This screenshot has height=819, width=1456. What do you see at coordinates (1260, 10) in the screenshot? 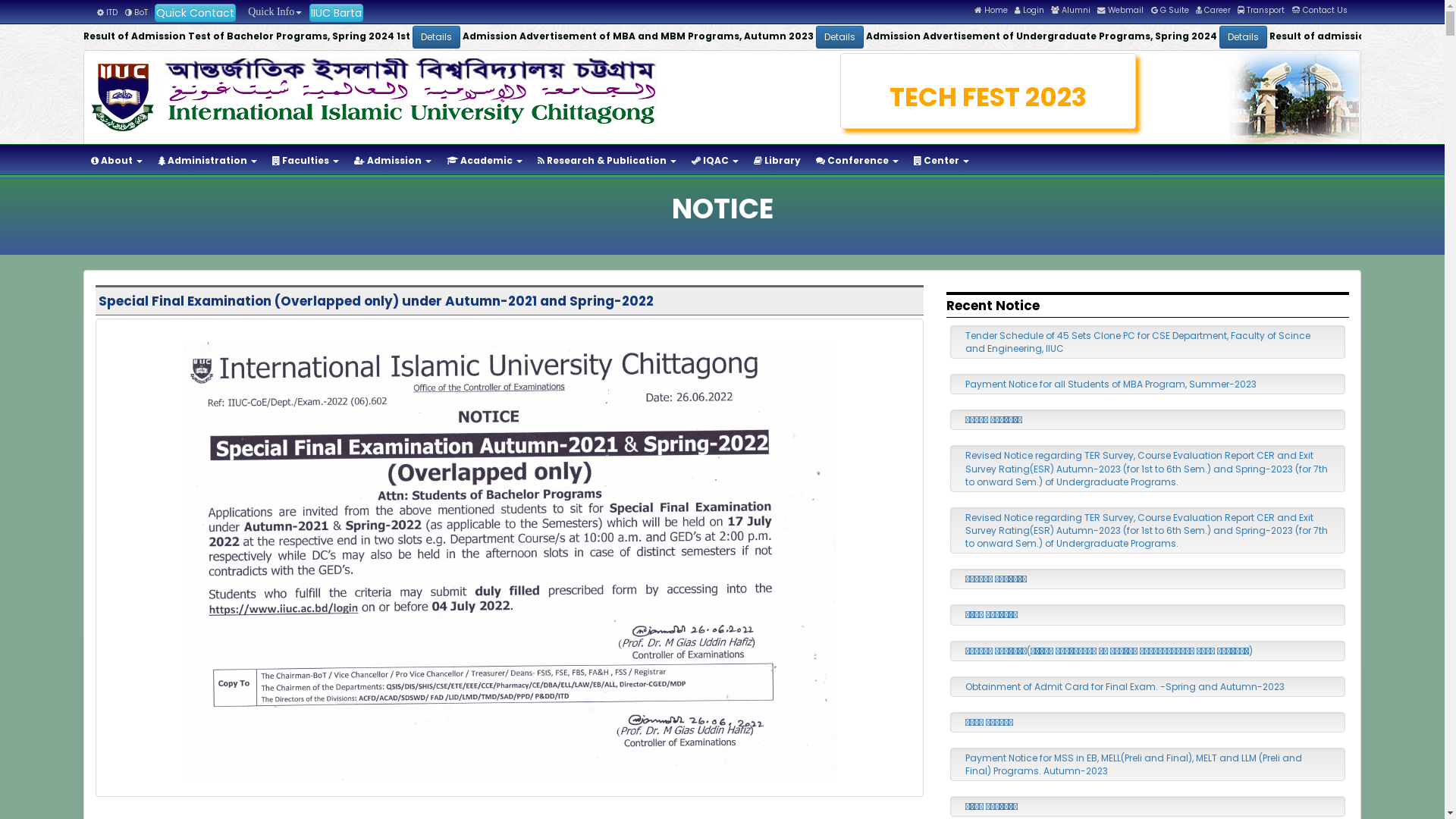
I see `'Transport'` at bounding box center [1260, 10].